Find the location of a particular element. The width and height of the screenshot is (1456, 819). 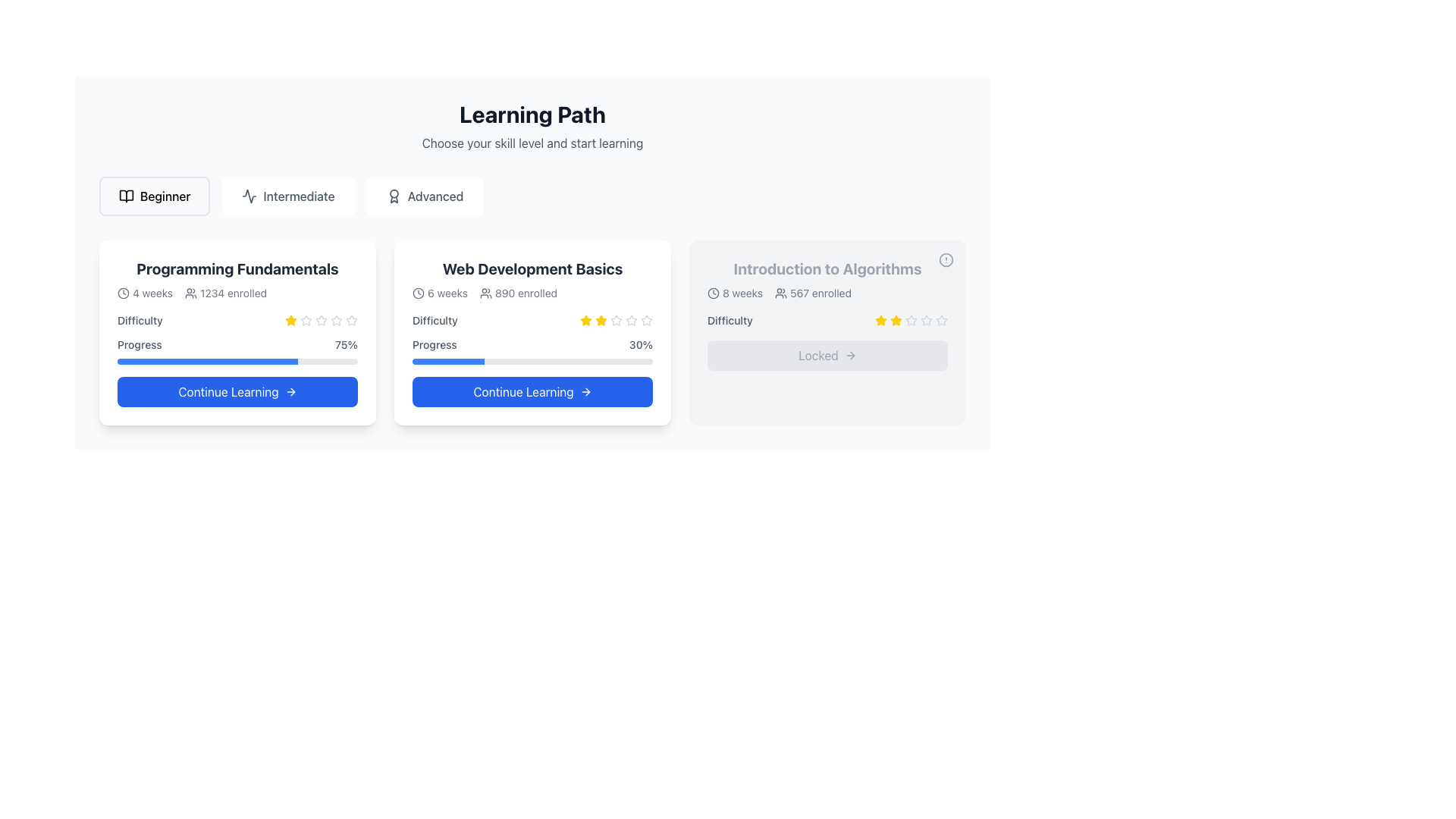

the text label that indicates the course duration for 'Web Development Basics' located at the top-left of the second card after the clock icon is located at coordinates (447, 293).